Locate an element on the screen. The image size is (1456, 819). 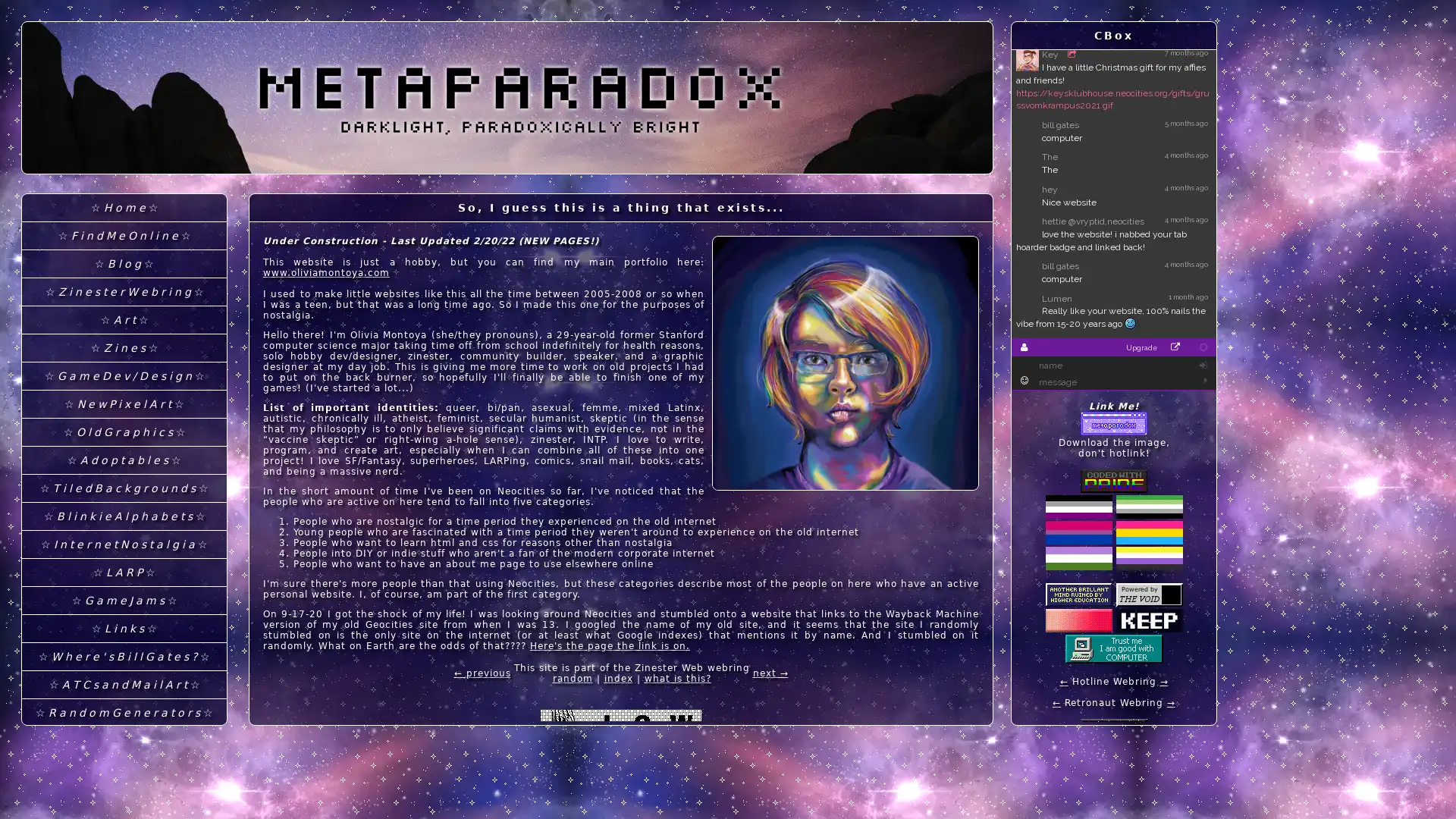
A r t is located at coordinates (124, 319).